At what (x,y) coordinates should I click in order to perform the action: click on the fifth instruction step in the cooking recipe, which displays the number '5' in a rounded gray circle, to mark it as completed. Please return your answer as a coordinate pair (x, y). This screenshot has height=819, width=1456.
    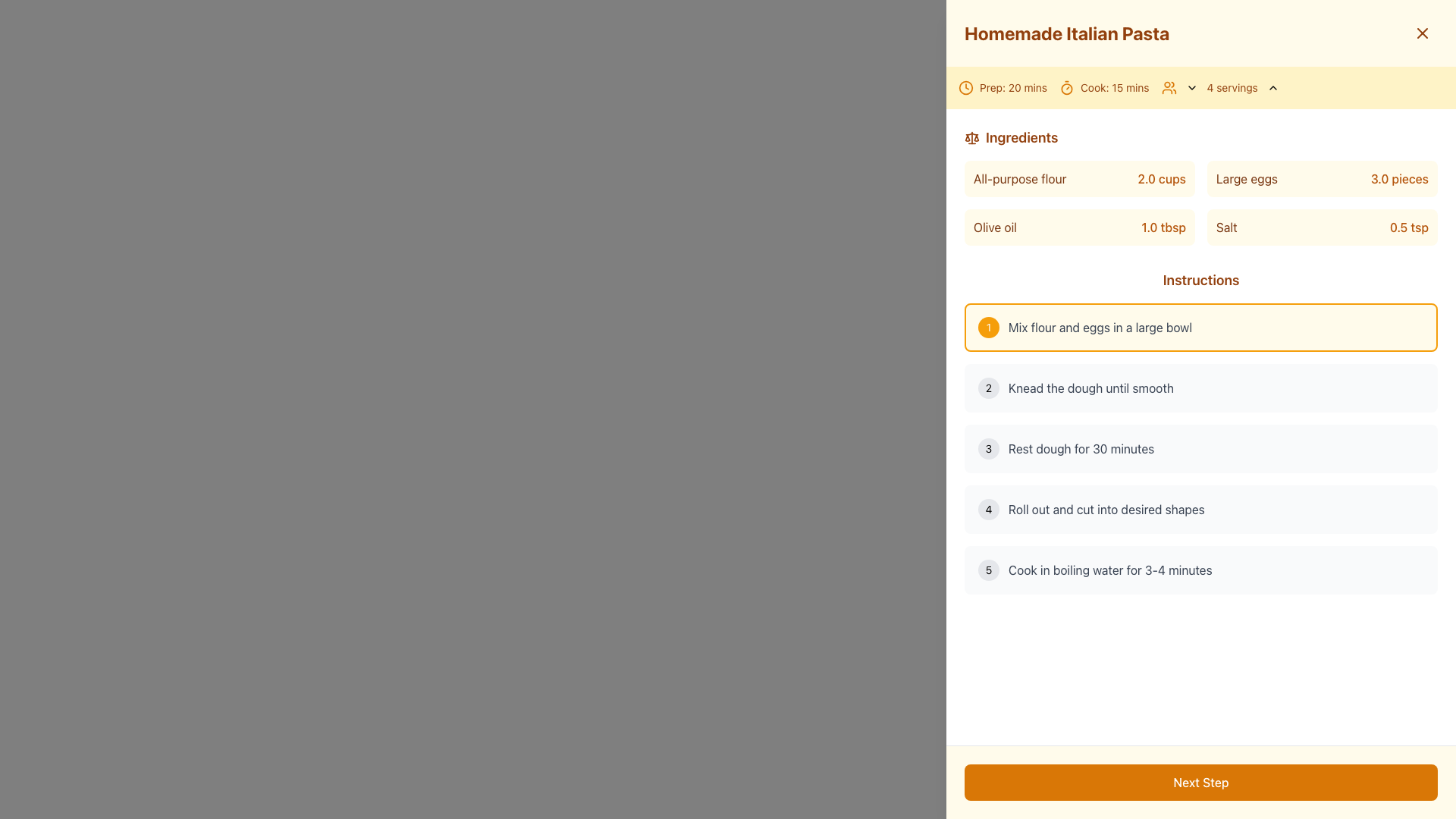
    Looking at the image, I should click on (1200, 570).